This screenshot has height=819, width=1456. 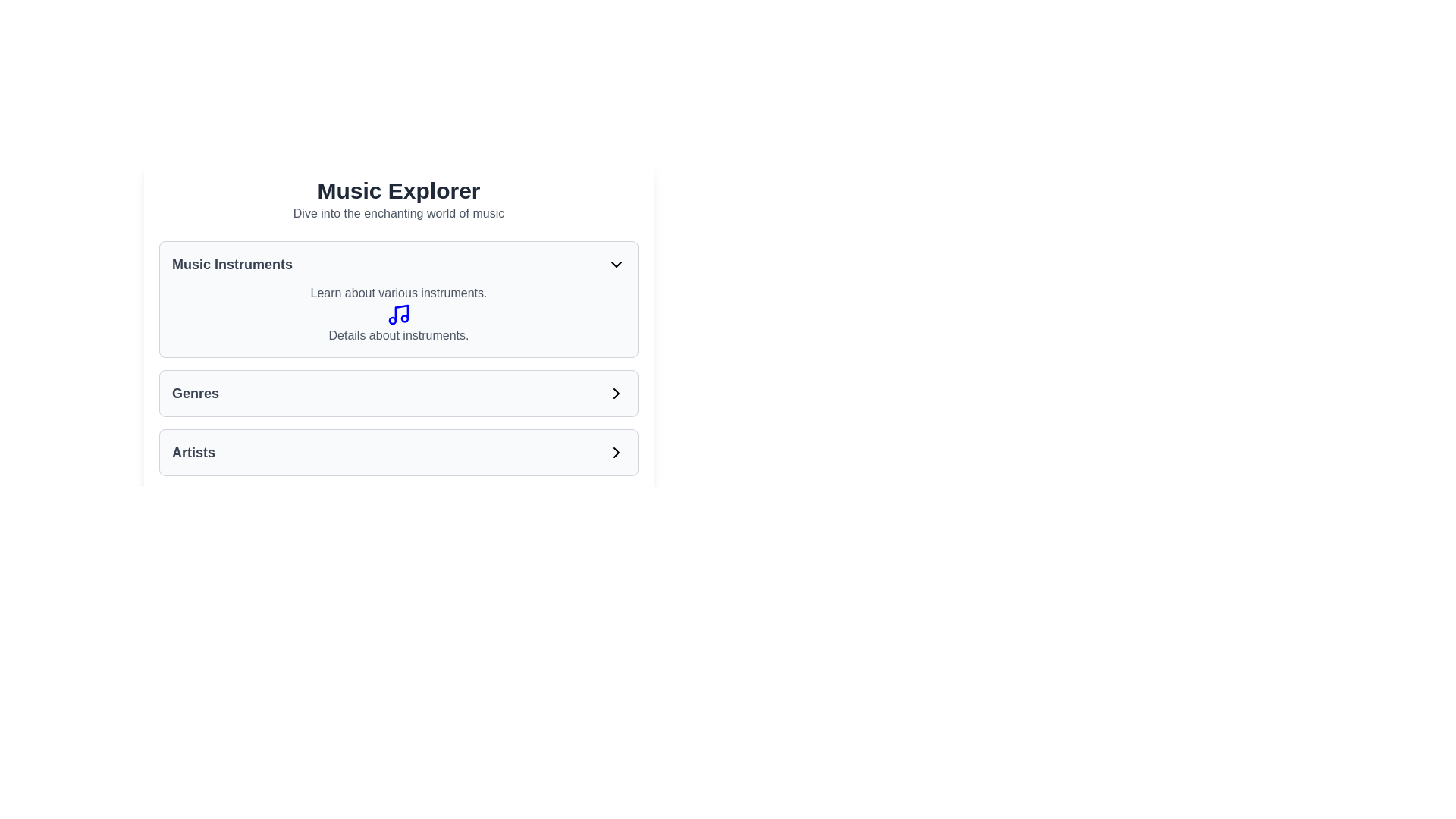 I want to click on the blue music note icon located centrally between the text lines 'Learn about various instruments.' and 'Details about instruments.' in the 'Music Instruments' section, so click(x=399, y=314).